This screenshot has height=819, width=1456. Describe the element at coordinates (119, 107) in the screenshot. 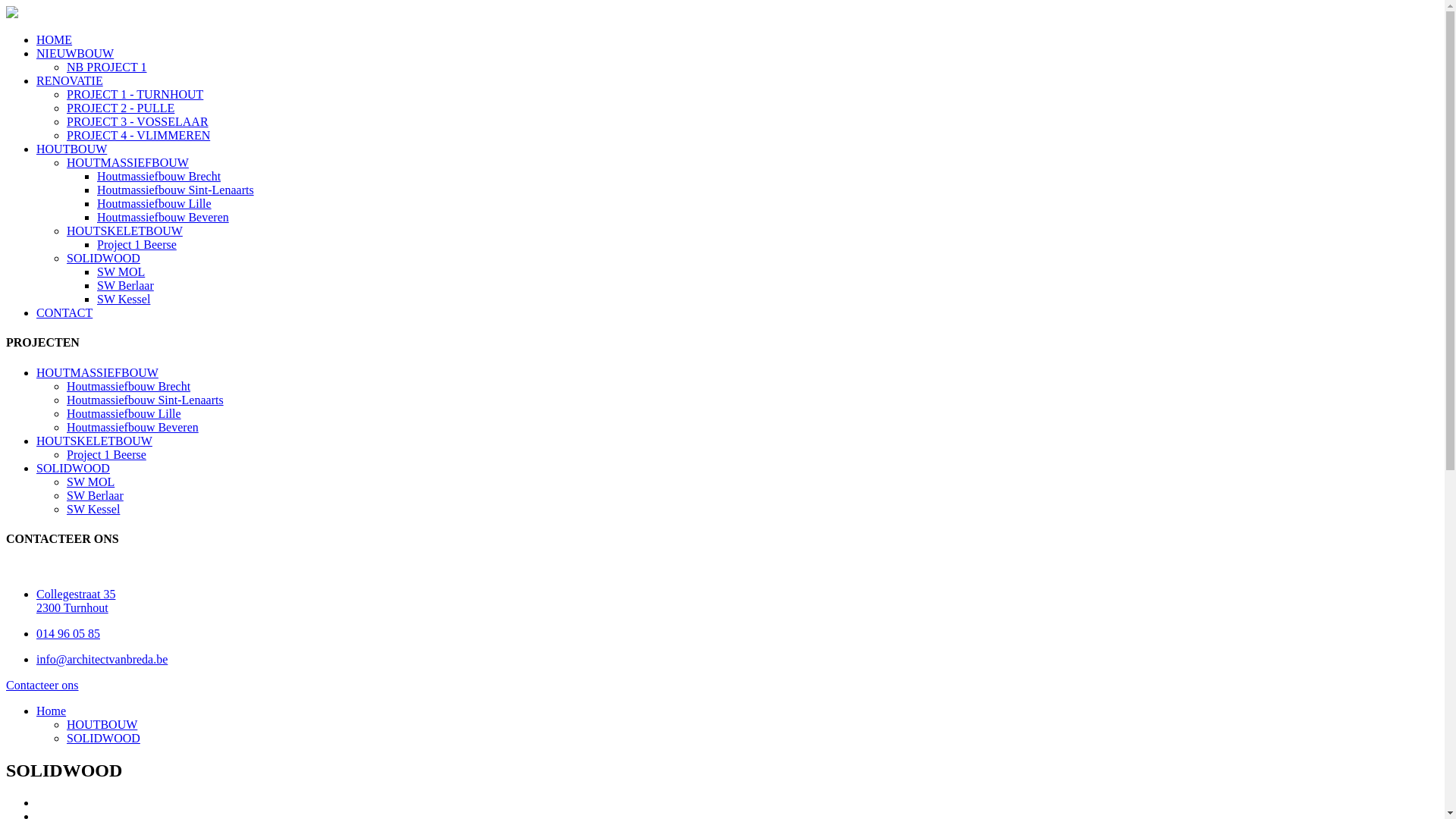

I see `'PROJECT 2 - PULLE'` at that location.